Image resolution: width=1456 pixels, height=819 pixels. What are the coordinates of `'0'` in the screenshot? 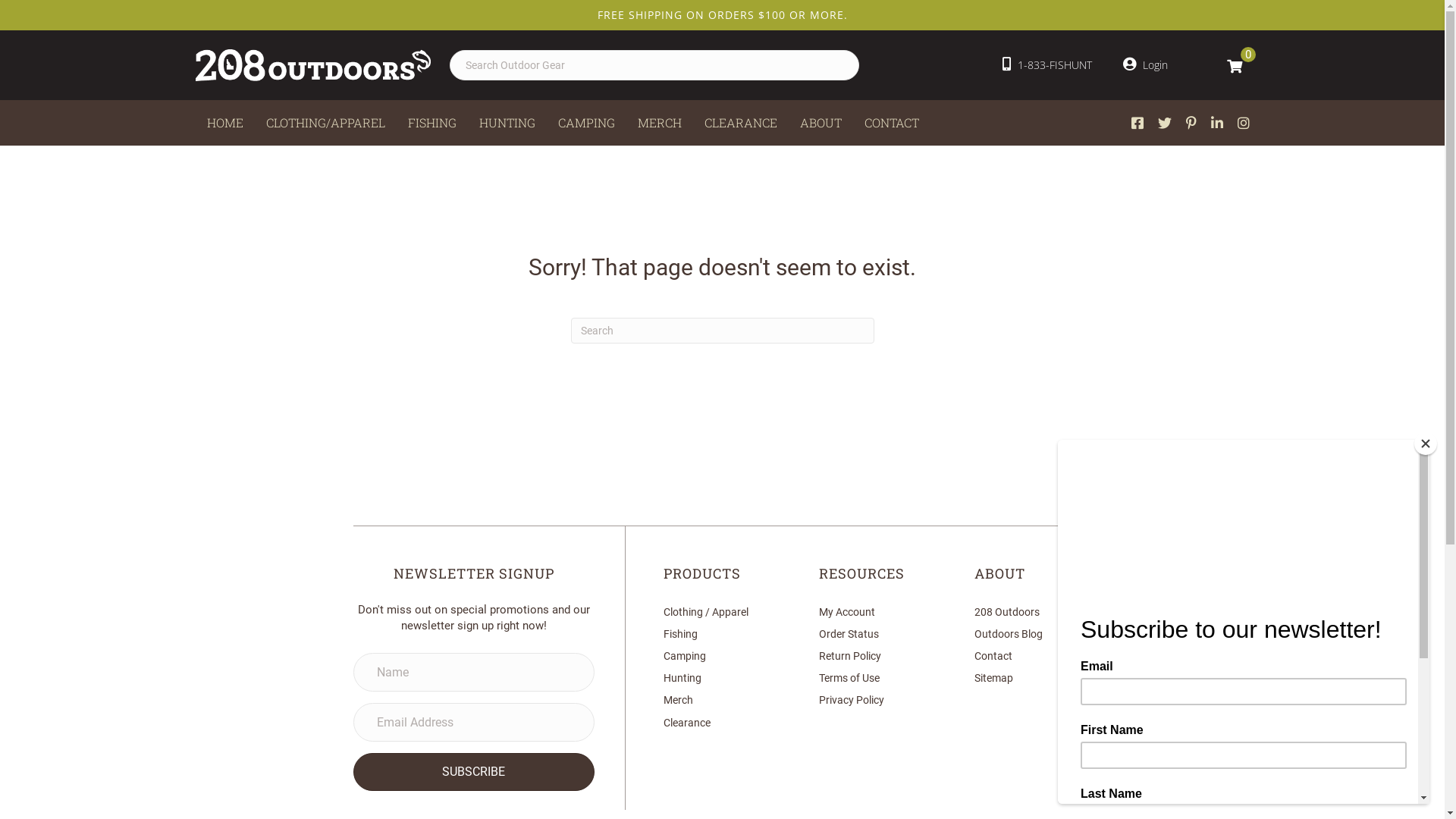 It's located at (1234, 64).